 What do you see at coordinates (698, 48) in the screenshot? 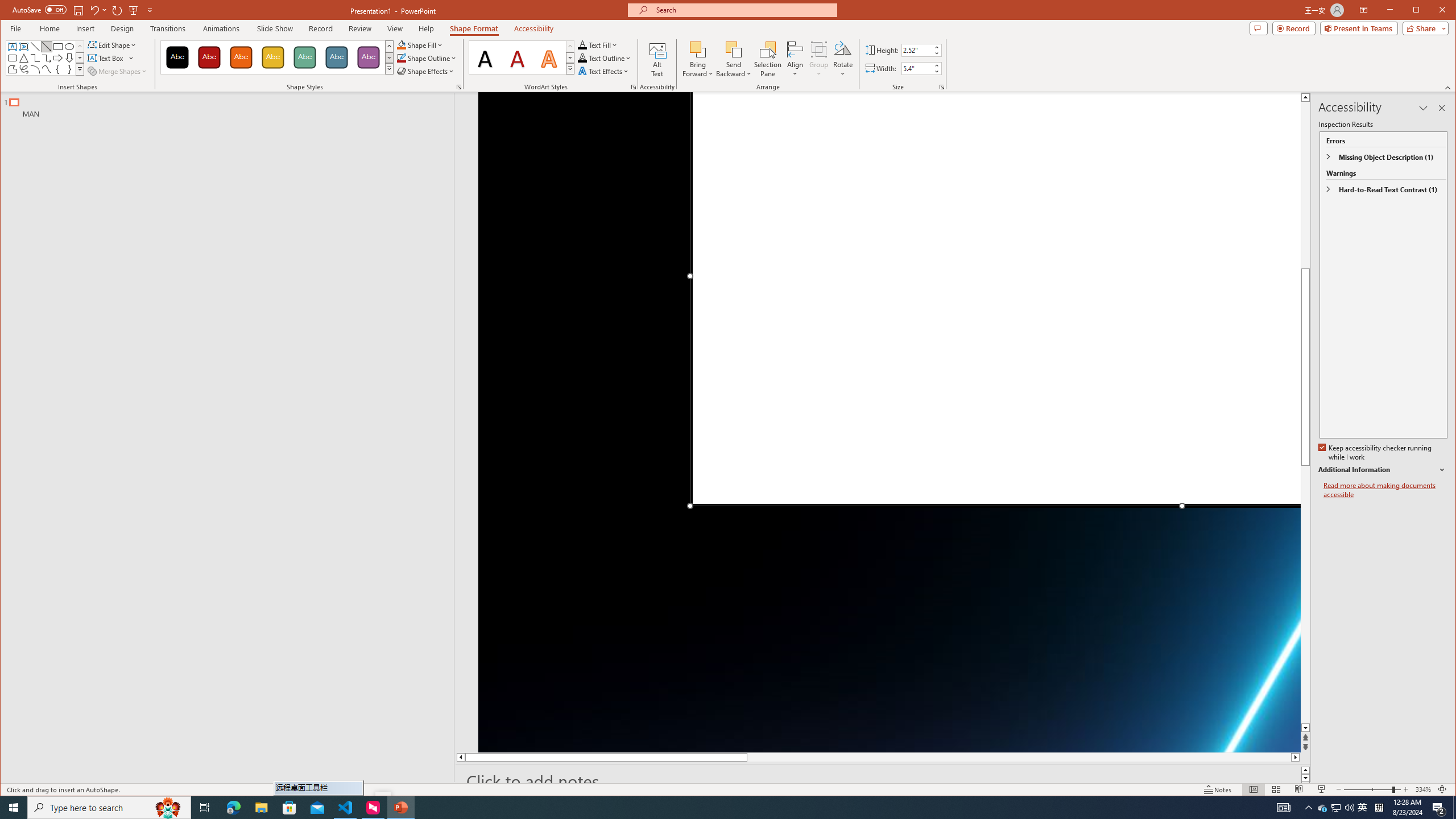
I see `'Bring Forward'` at bounding box center [698, 48].